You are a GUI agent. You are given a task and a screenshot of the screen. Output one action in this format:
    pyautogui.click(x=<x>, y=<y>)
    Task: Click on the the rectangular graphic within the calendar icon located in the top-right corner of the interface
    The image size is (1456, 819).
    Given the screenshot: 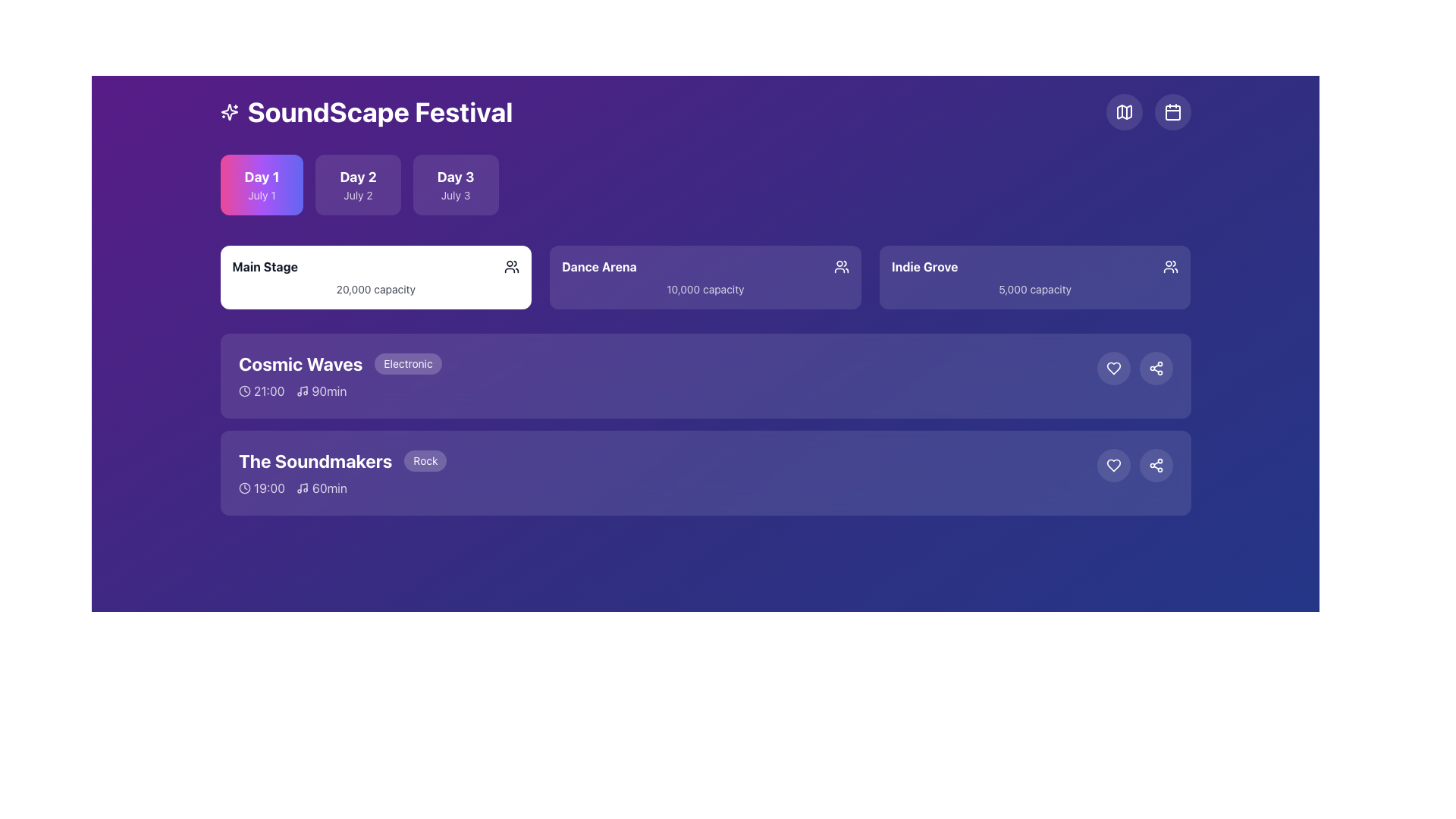 What is the action you would take?
    pyautogui.click(x=1172, y=112)
    